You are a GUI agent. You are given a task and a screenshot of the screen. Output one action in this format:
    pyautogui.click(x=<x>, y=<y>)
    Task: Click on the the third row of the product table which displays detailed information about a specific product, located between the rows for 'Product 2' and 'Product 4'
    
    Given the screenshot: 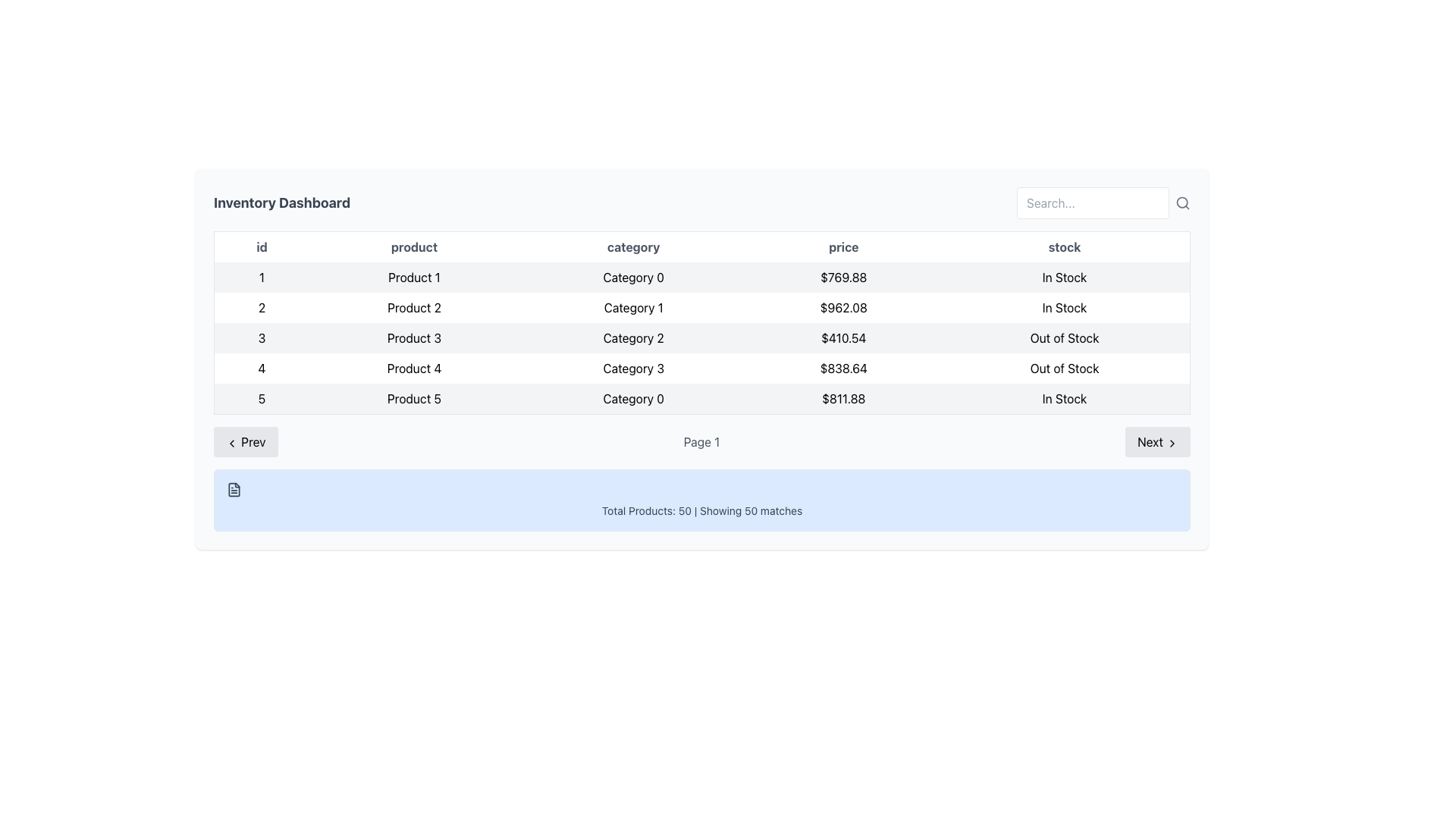 What is the action you would take?
    pyautogui.click(x=701, y=337)
    